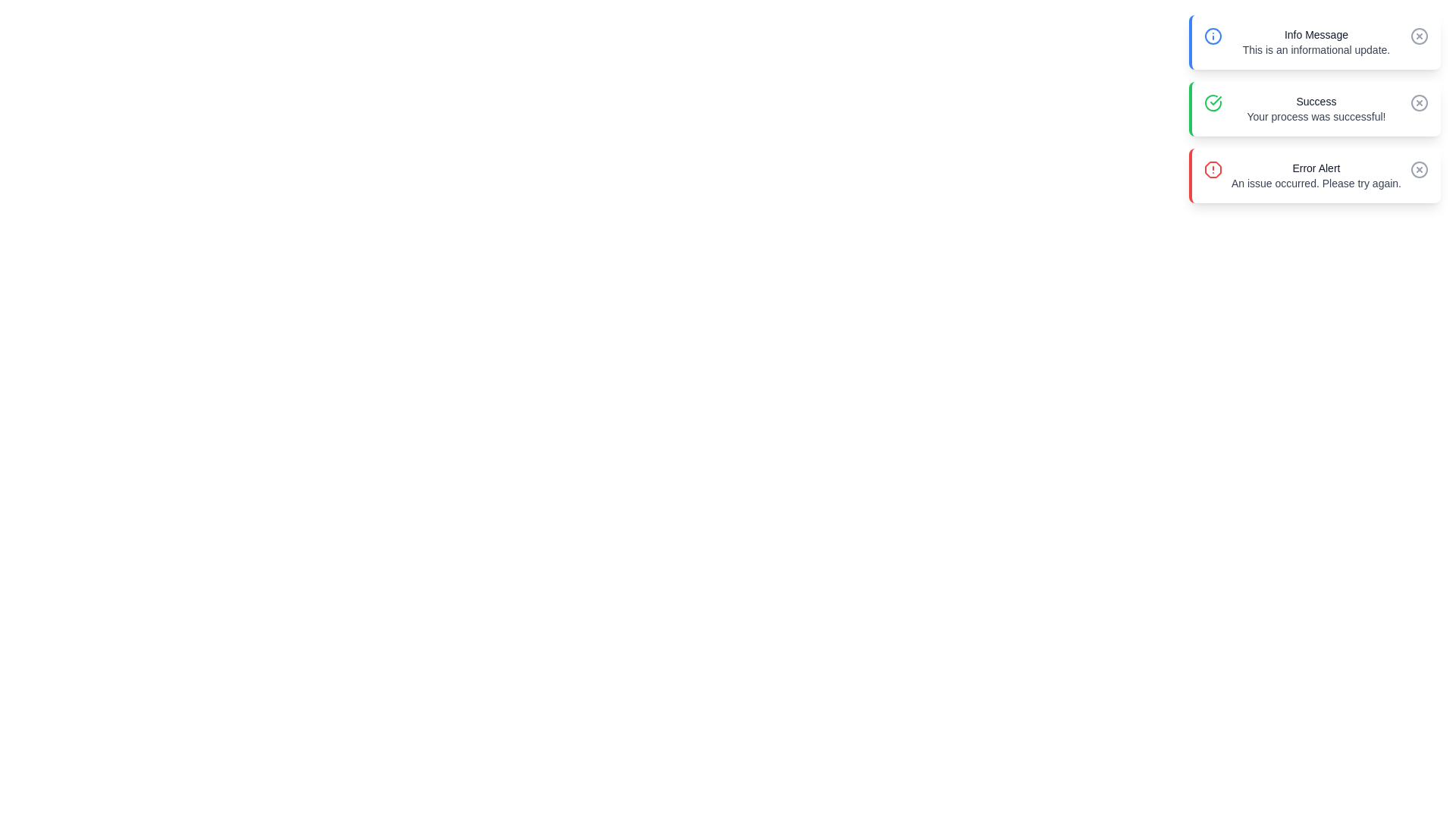  What do you see at coordinates (1419, 35) in the screenshot?
I see `the circular outline element that is part of the icon next to the 'Info Message' text in the topmost notification box` at bounding box center [1419, 35].